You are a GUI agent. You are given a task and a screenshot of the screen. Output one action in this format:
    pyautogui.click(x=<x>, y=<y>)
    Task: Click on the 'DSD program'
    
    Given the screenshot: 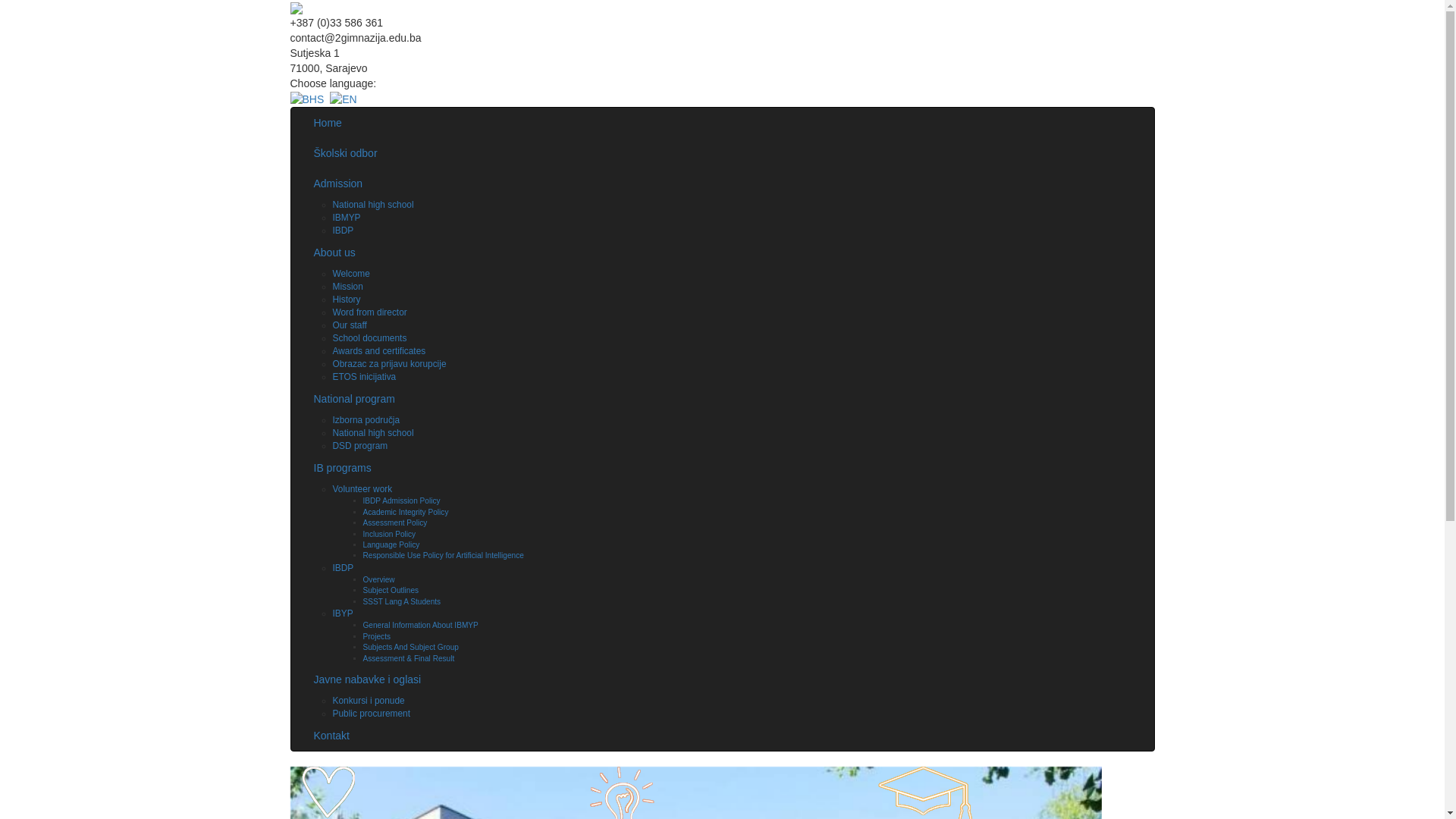 What is the action you would take?
    pyautogui.click(x=359, y=444)
    